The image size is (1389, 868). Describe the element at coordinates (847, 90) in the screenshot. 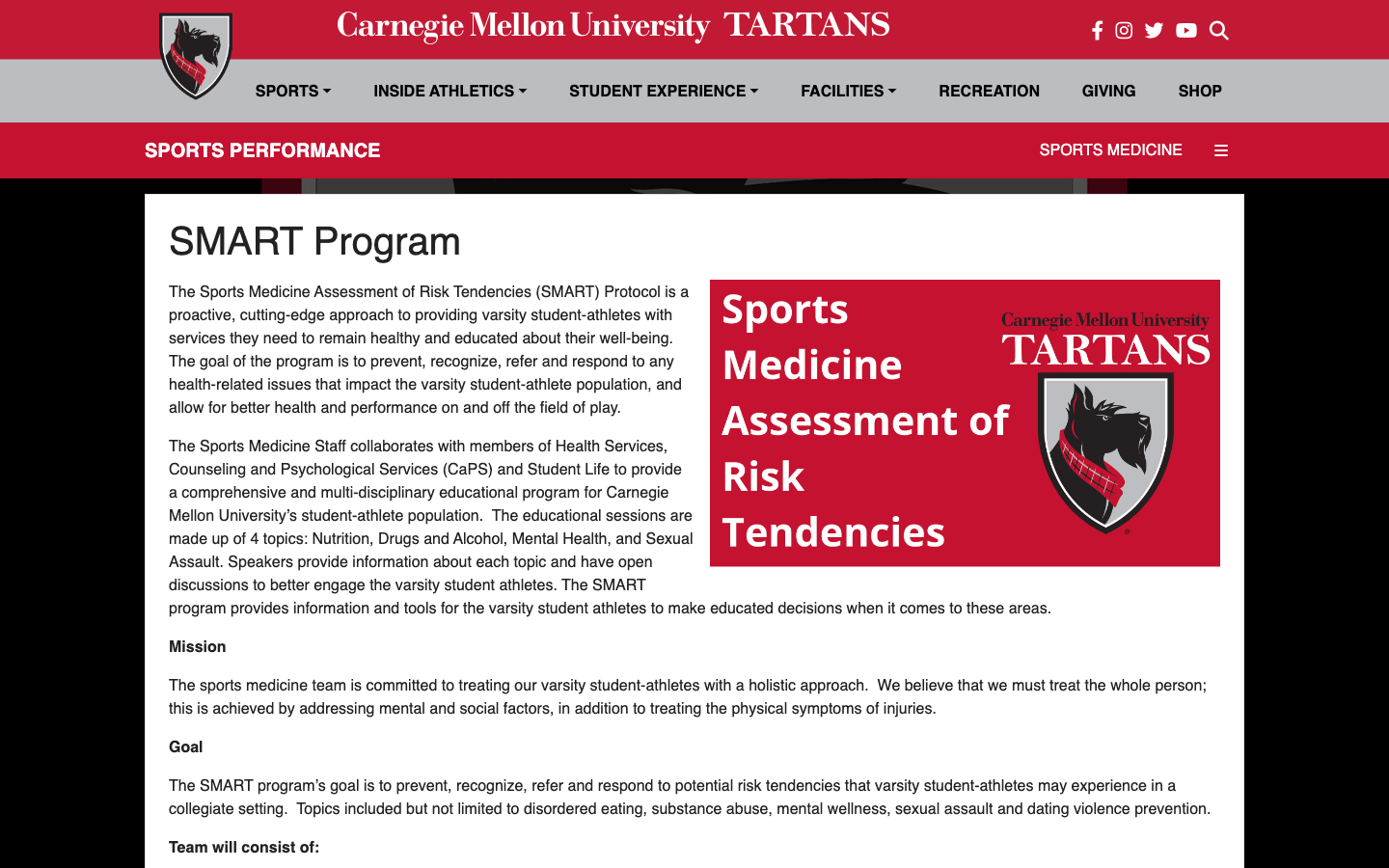

I see `the Facilities Drop Down Menu` at that location.